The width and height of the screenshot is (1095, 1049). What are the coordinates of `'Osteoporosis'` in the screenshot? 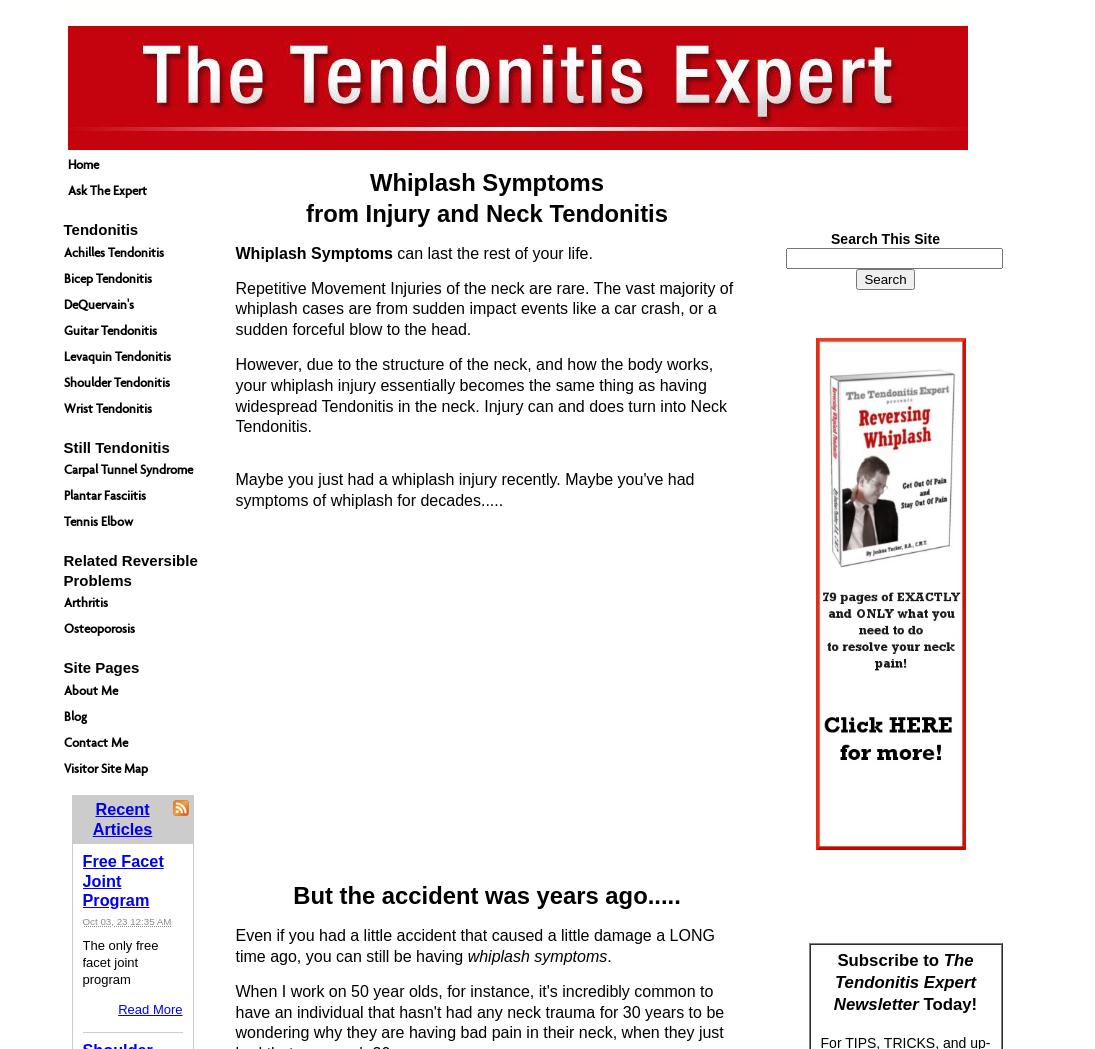 It's located at (97, 628).